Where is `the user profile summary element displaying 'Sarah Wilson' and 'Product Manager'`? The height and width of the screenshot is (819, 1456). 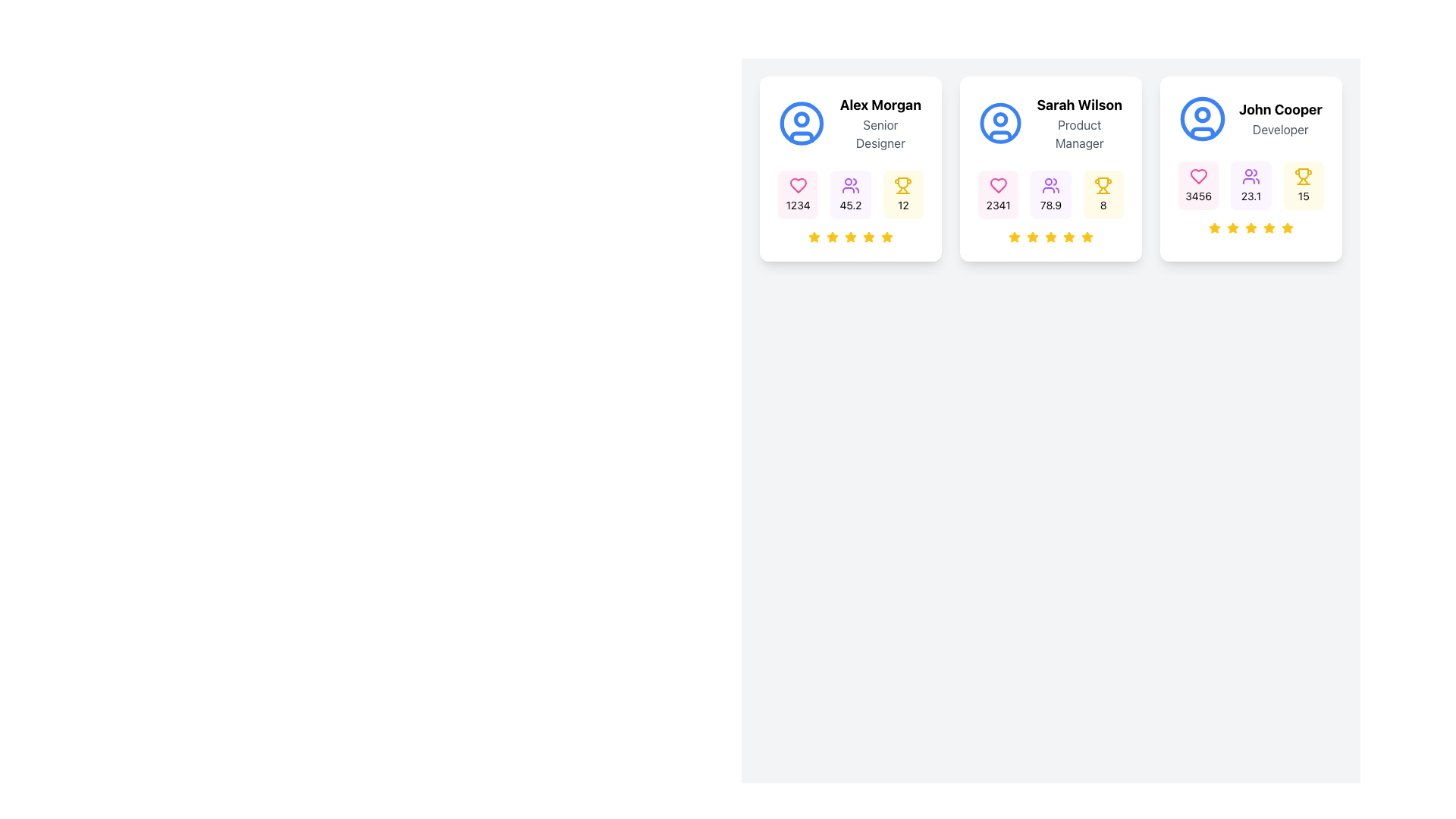
the user profile summary element displaying 'Sarah Wilson' and 'Product Manager' is located at coordinates (1050, 122).